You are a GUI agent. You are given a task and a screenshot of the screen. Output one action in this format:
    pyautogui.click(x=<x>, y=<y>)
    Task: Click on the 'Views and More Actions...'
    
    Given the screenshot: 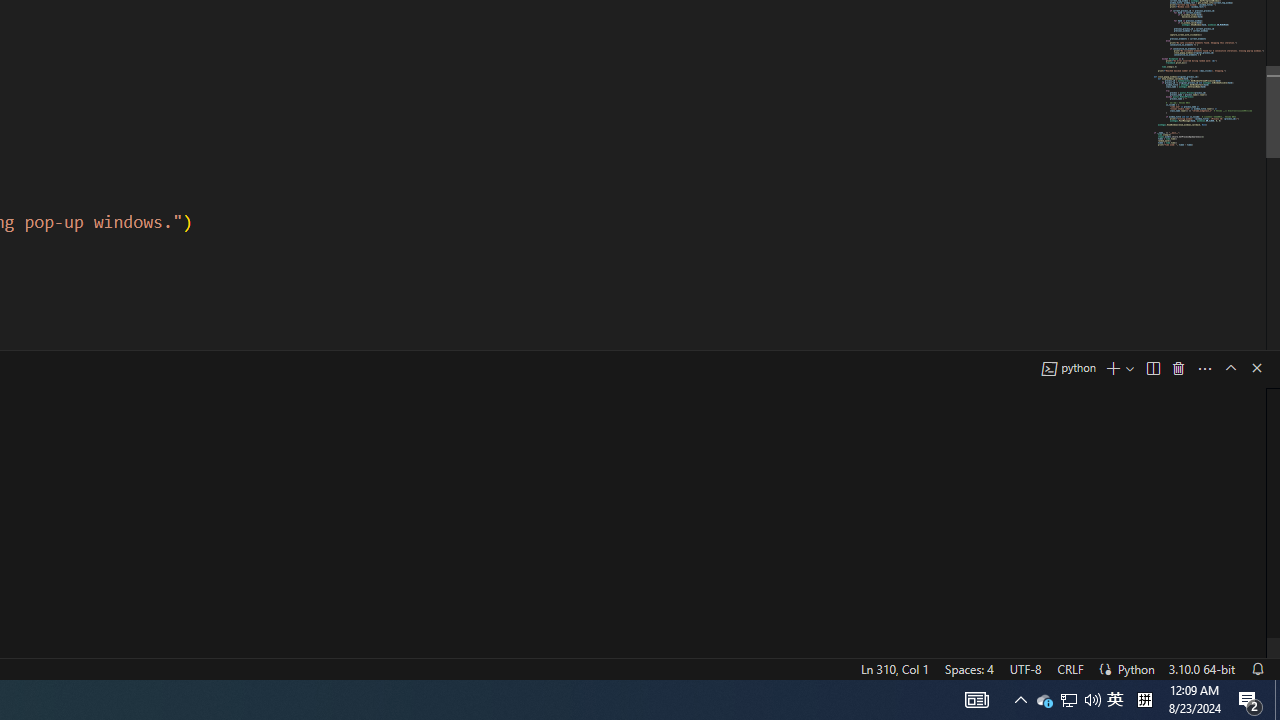 What is the action you would take?
    pyautogui.click(x=1204, y=368)
    